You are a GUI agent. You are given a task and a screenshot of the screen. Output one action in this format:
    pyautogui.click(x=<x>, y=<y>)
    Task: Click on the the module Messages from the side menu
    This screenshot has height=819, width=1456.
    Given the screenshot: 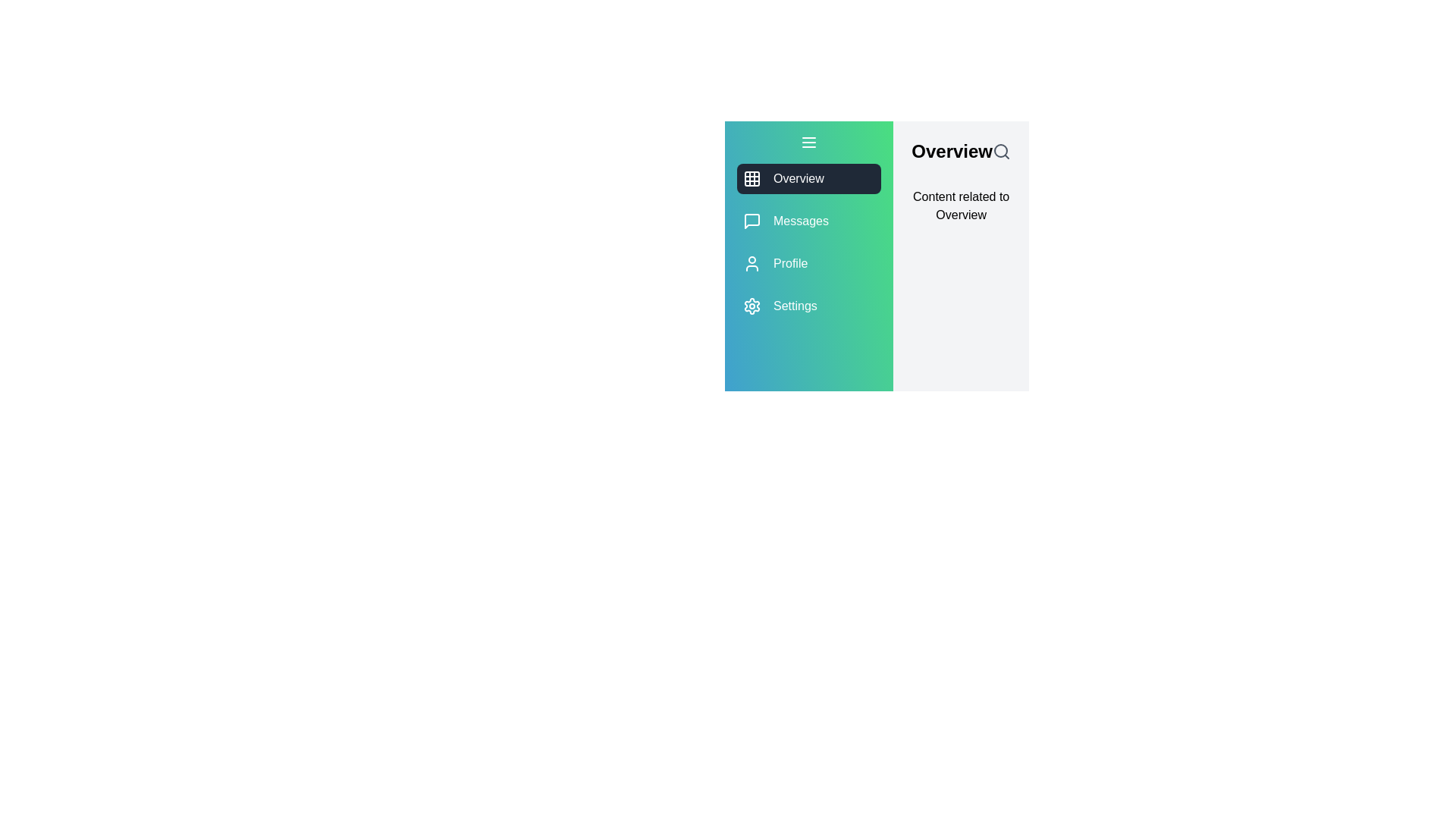 What is the action you would take?
    pyautogui.click(x=808, y=221)
    